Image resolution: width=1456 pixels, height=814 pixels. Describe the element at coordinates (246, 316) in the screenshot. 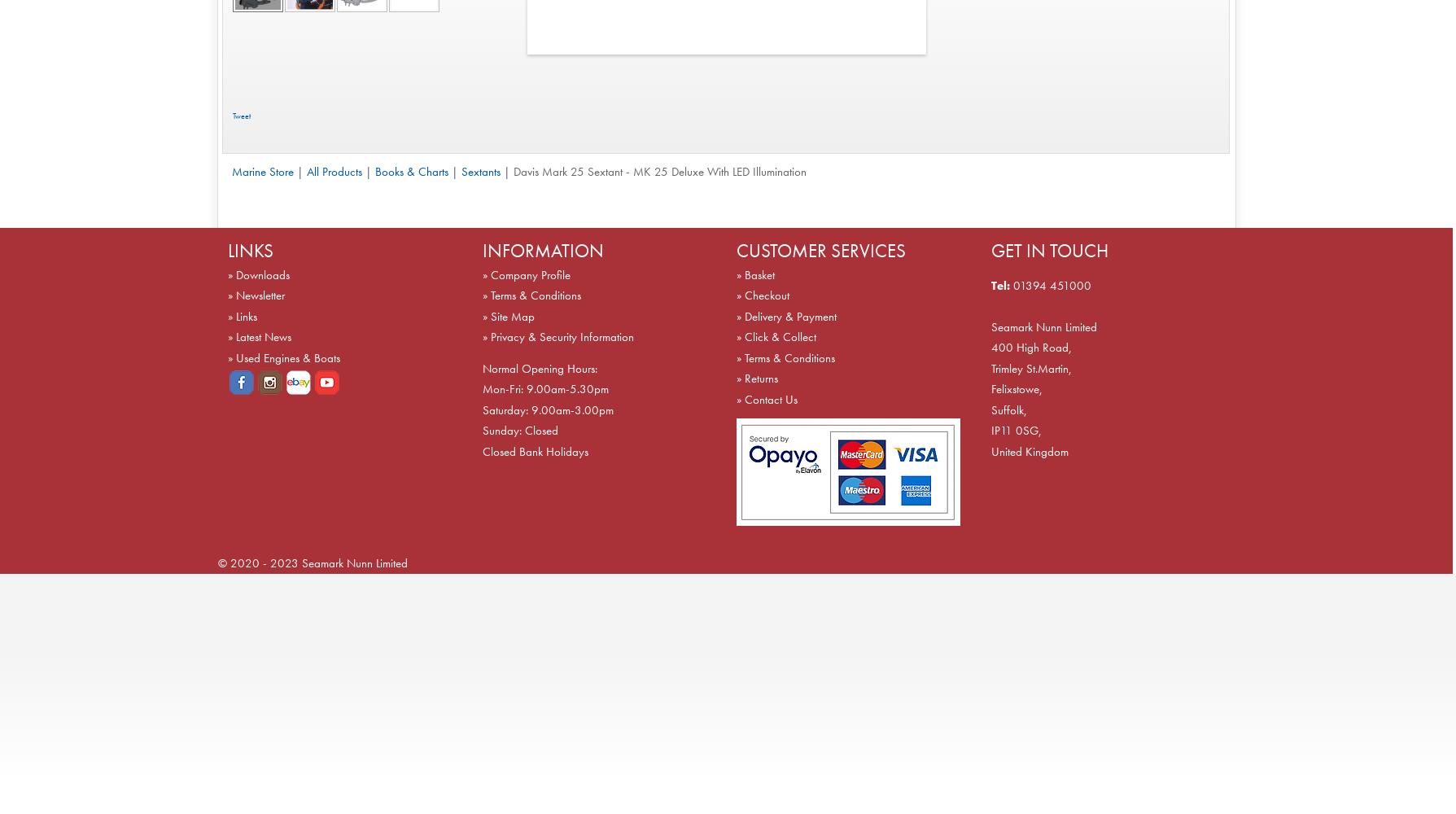

I see `'Links'` at that location.